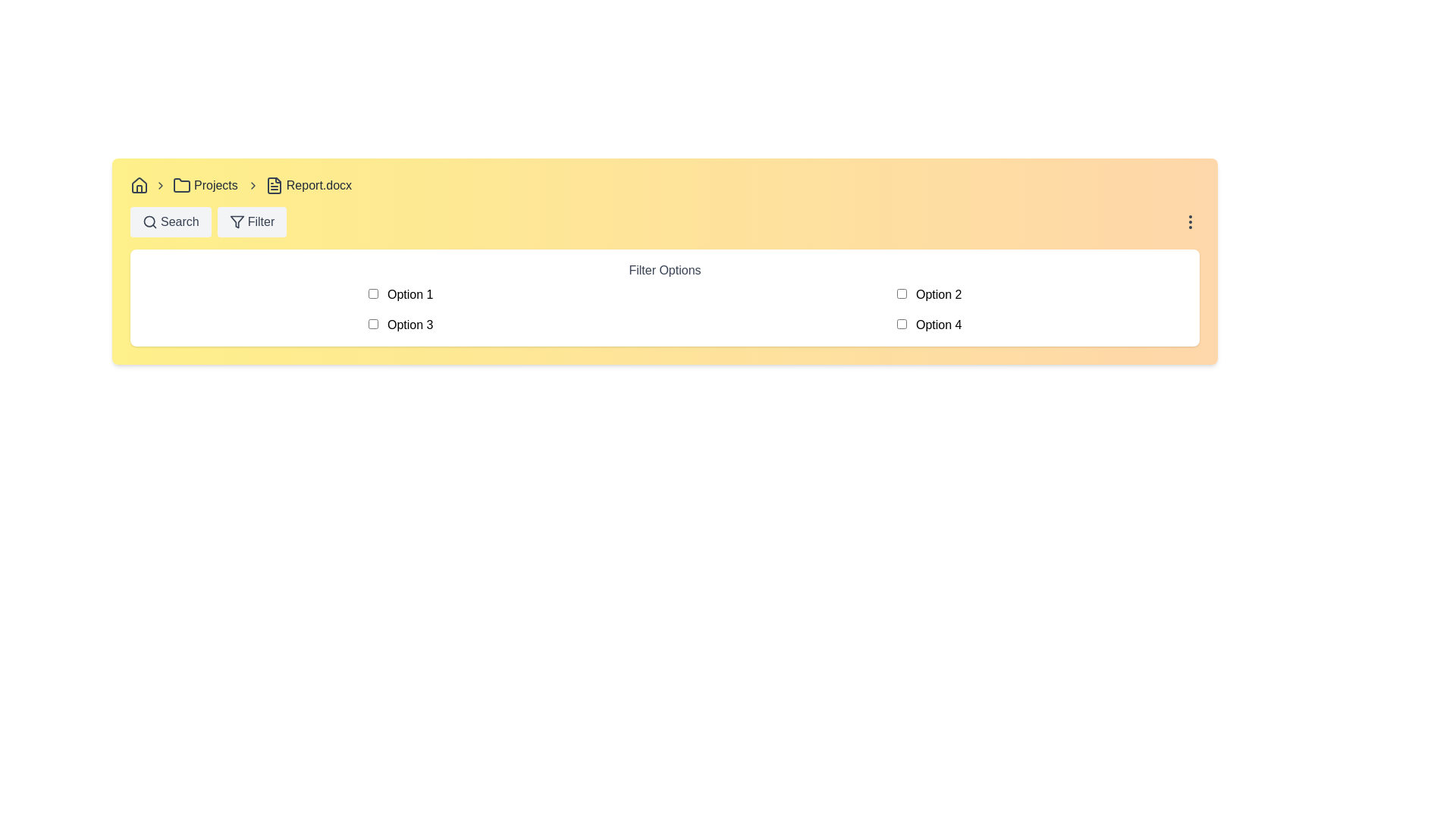 The height and width of the screenshot is (819, 1456). Describe the element at coordinates (139, 184) in the screenshot. I see `the 'Home' icon located in the breadcrumb navigation bar, which serves as a visual representation for navigating to the main page or root directory` at that location.